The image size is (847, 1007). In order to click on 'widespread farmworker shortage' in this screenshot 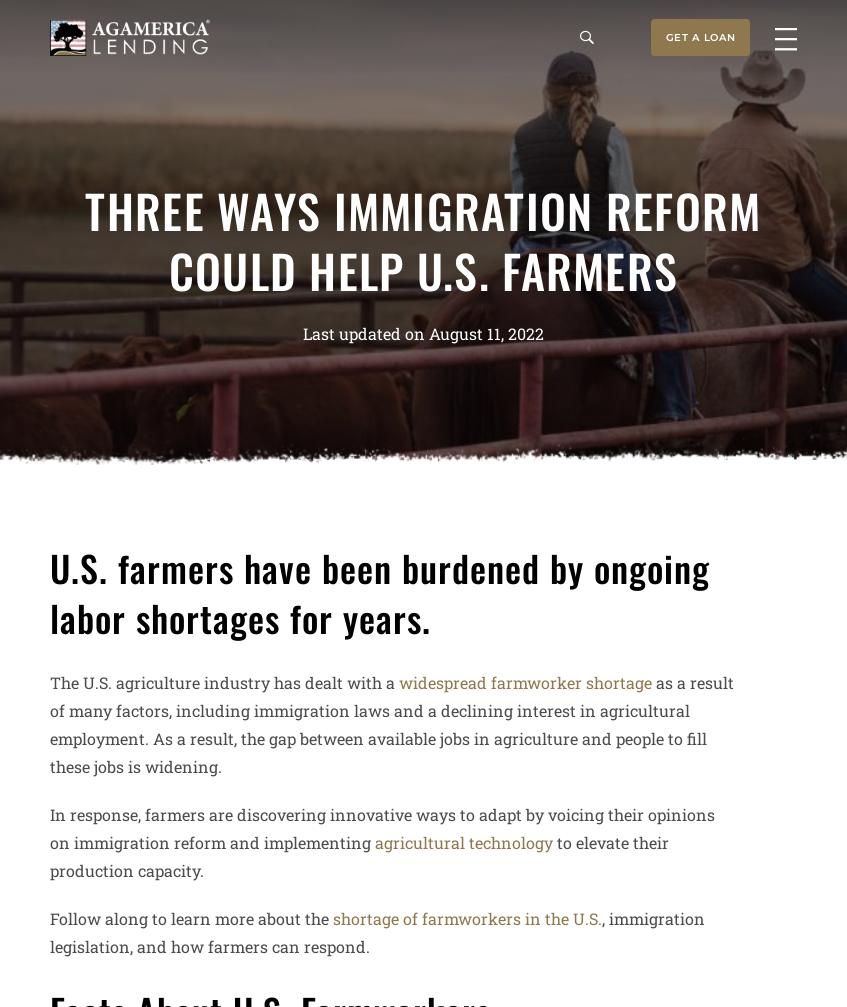, I will do `click(398, 680)`.